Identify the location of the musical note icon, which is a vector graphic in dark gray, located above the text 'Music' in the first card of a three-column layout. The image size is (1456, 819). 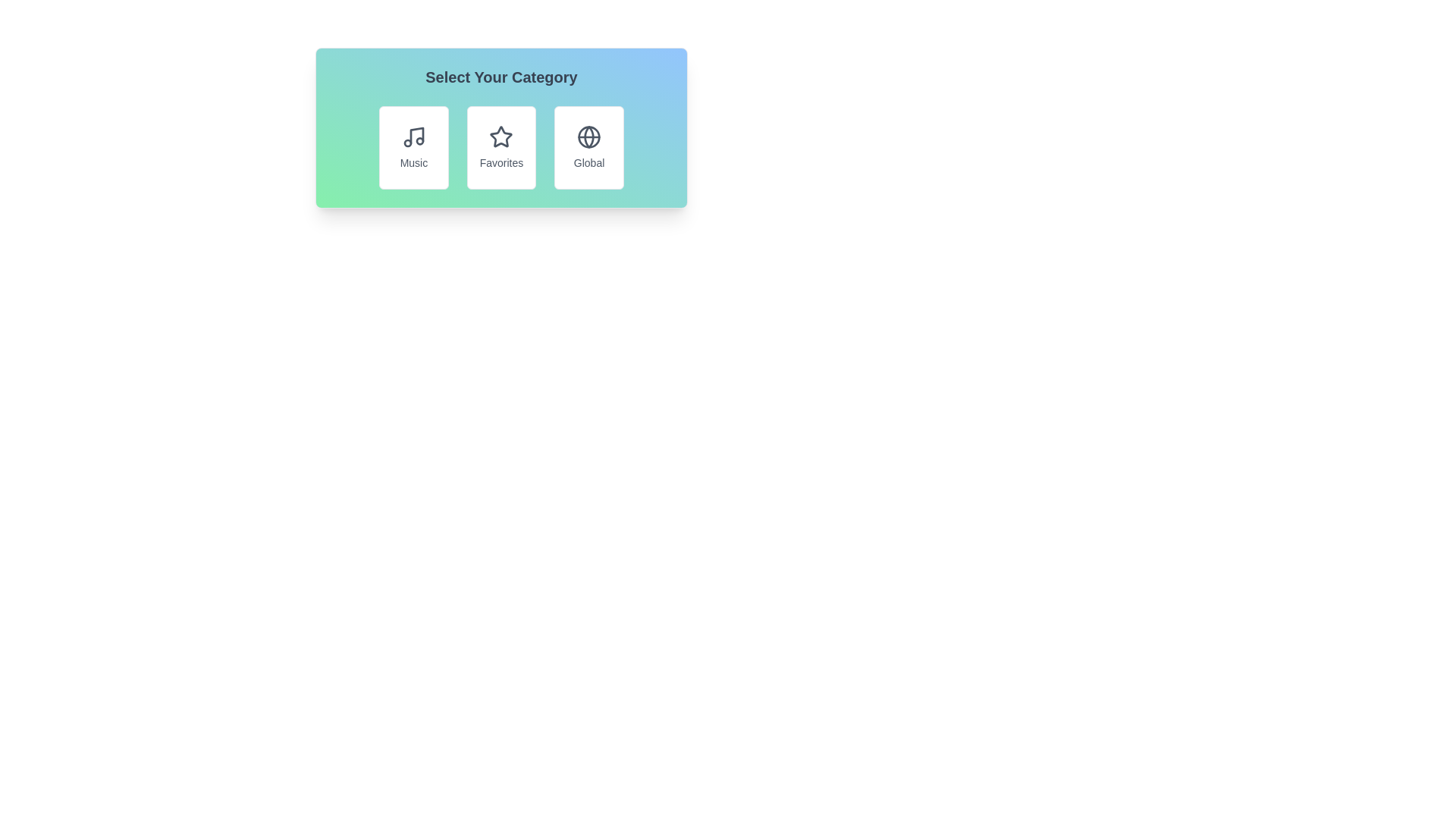
(413, 137).